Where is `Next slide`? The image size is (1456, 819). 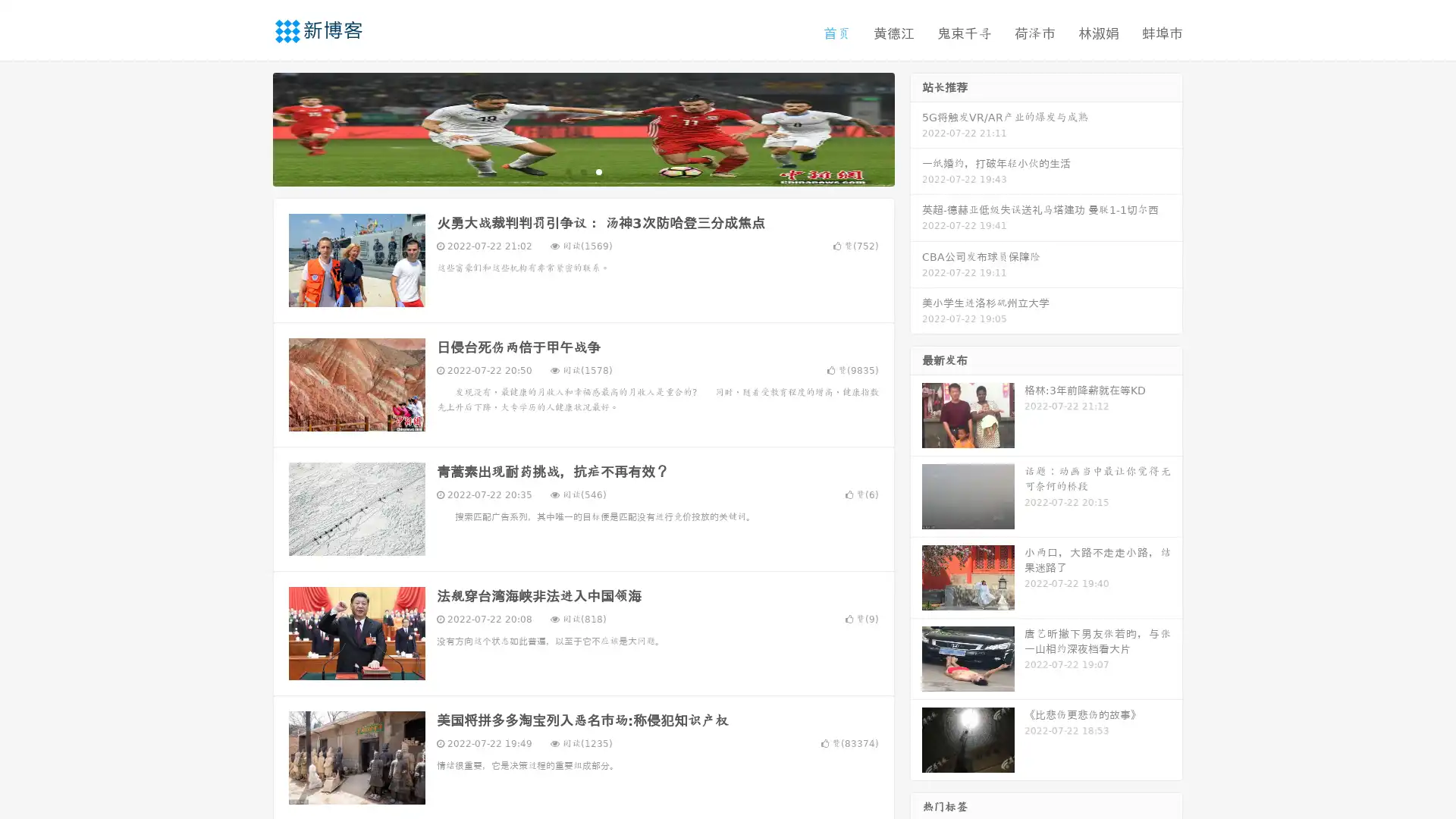 Next slide is located at coordinates (916, 127).